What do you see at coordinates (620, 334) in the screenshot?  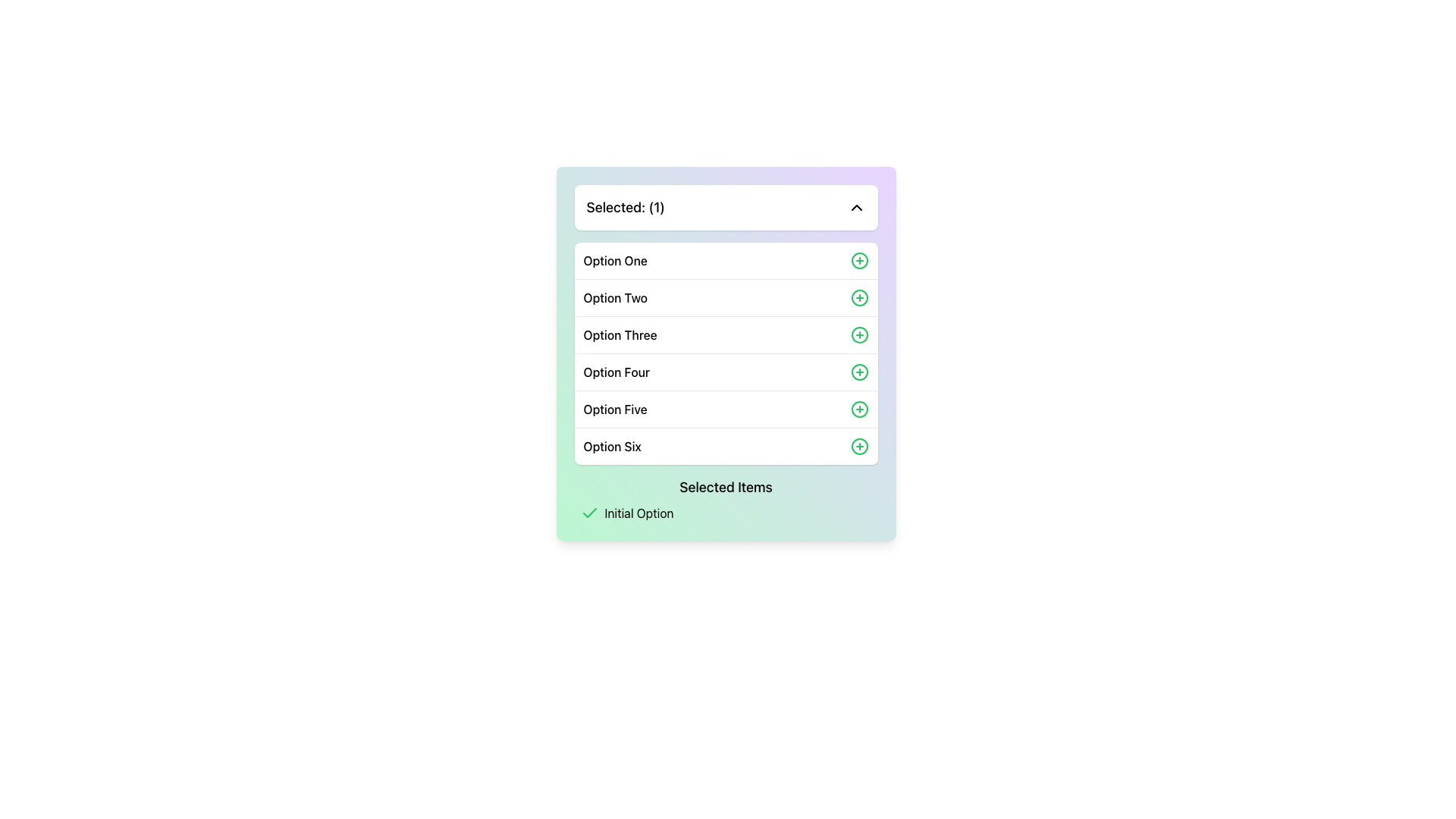 I see `the text label that reads 'Option Three', which is the third option in a vertically stacked list of options below the highlighted section titled 'Selected: (1)'` at bounding box center [620, 334].